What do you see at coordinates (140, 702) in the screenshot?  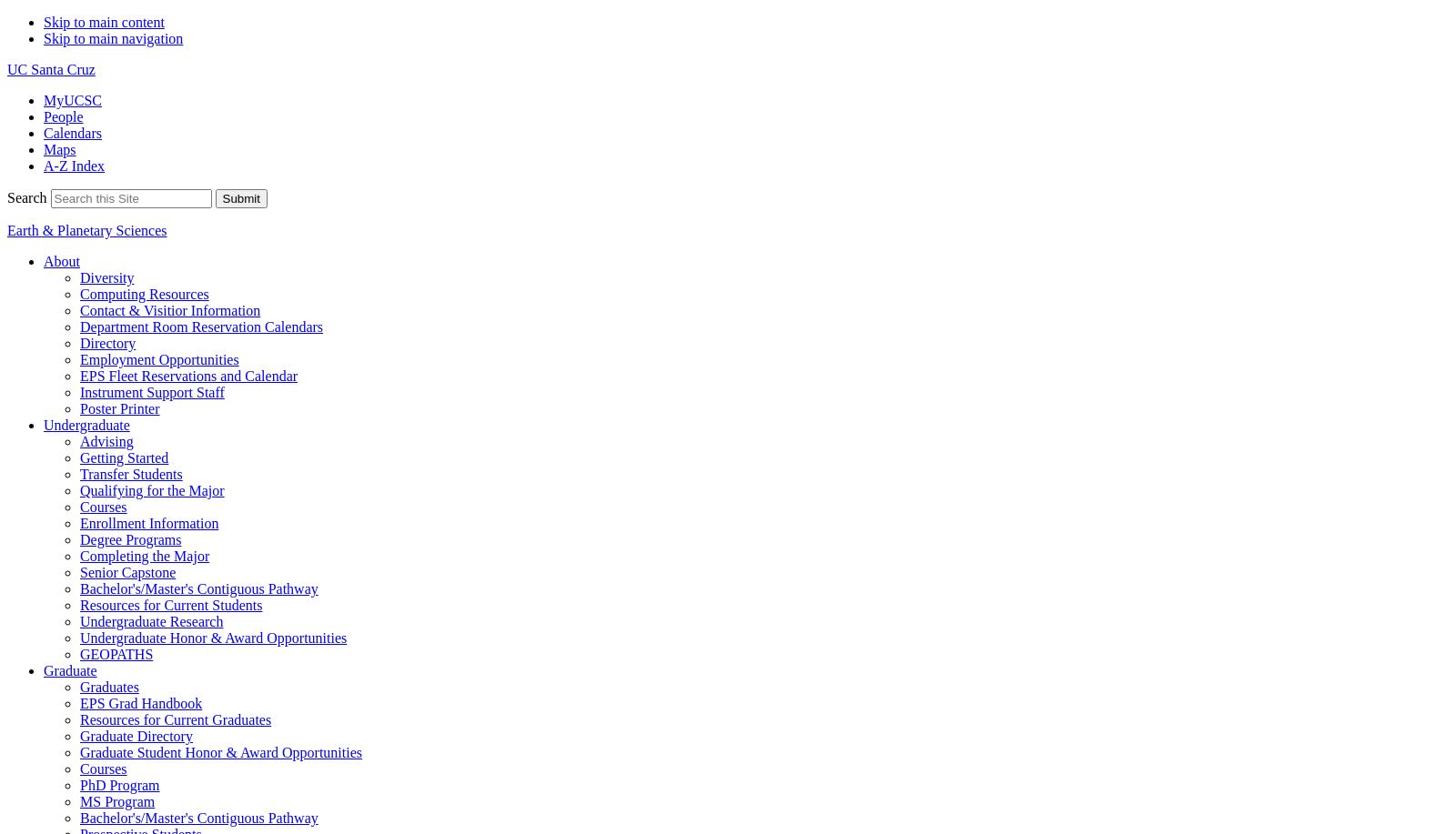 I see `'EPS Grad Handbook'` at bounding box center [140, 702].